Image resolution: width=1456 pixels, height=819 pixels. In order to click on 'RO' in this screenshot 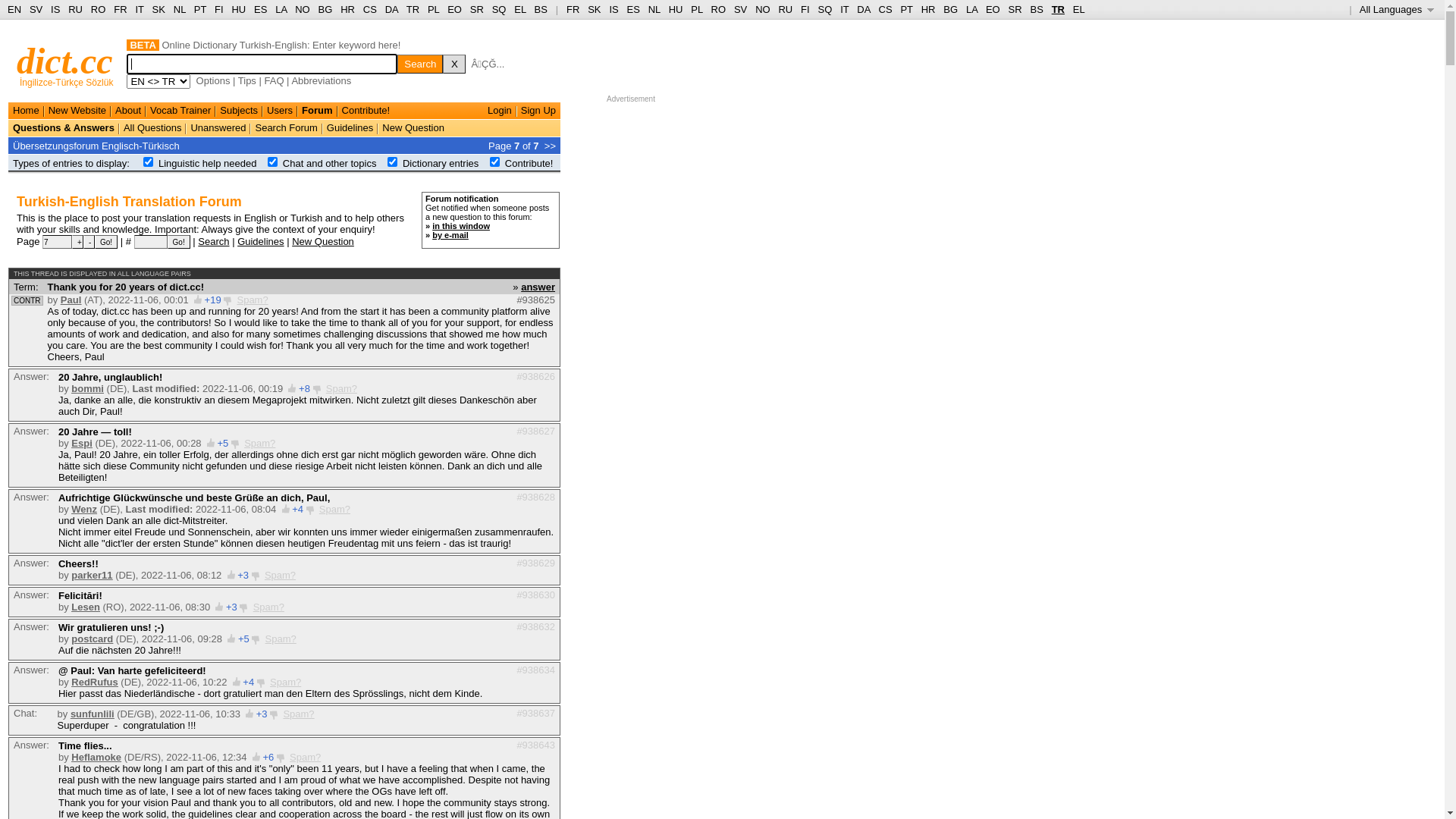, I will do `click(710, 9)`.